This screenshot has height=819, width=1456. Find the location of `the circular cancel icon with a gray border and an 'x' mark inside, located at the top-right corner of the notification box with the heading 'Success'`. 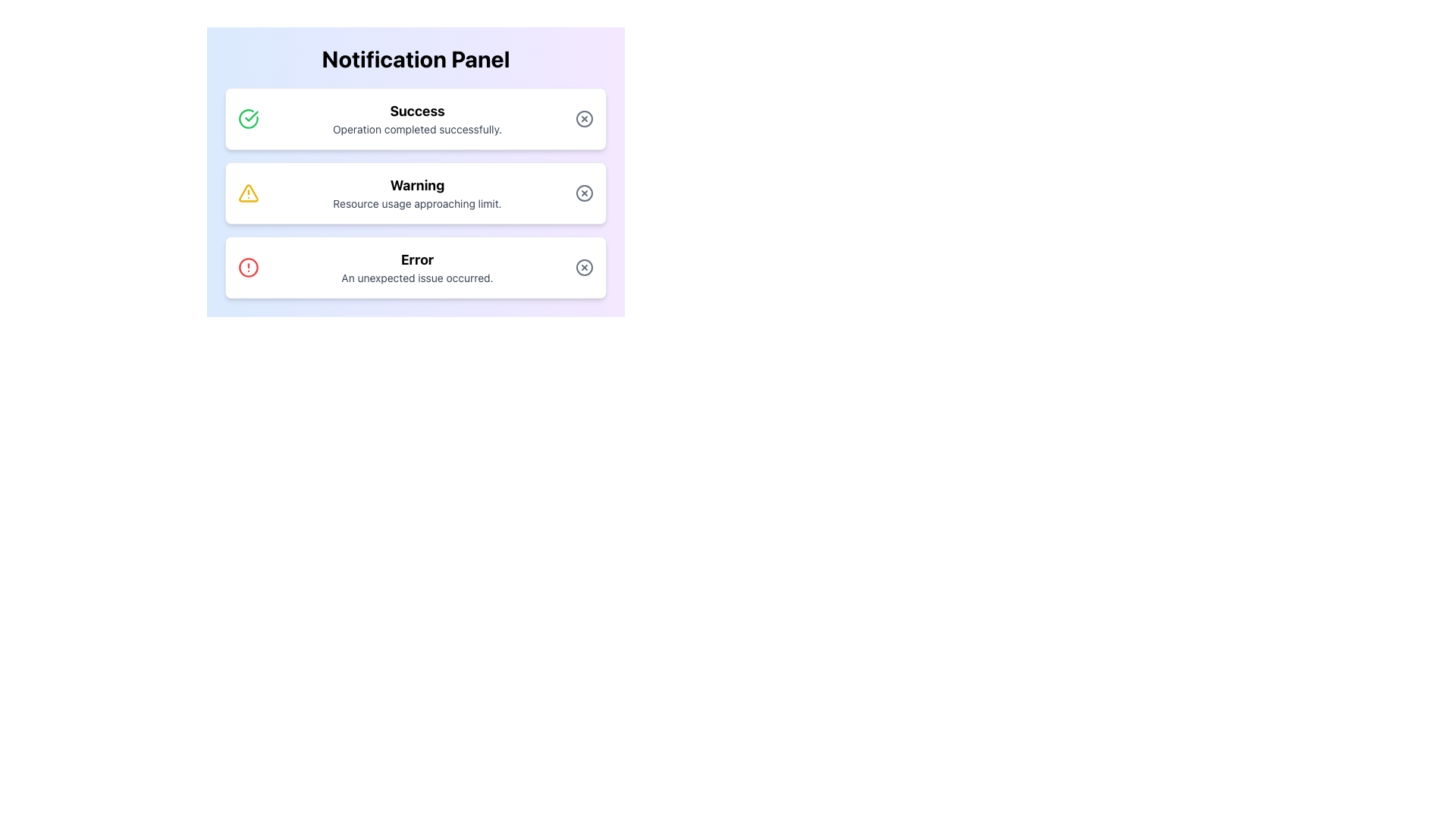

the circular cancel icon with a gray border and an 'x' mark inside, located at the top-right corner of the notification box with the heading 'Success' is located at coordinates (584, 118).